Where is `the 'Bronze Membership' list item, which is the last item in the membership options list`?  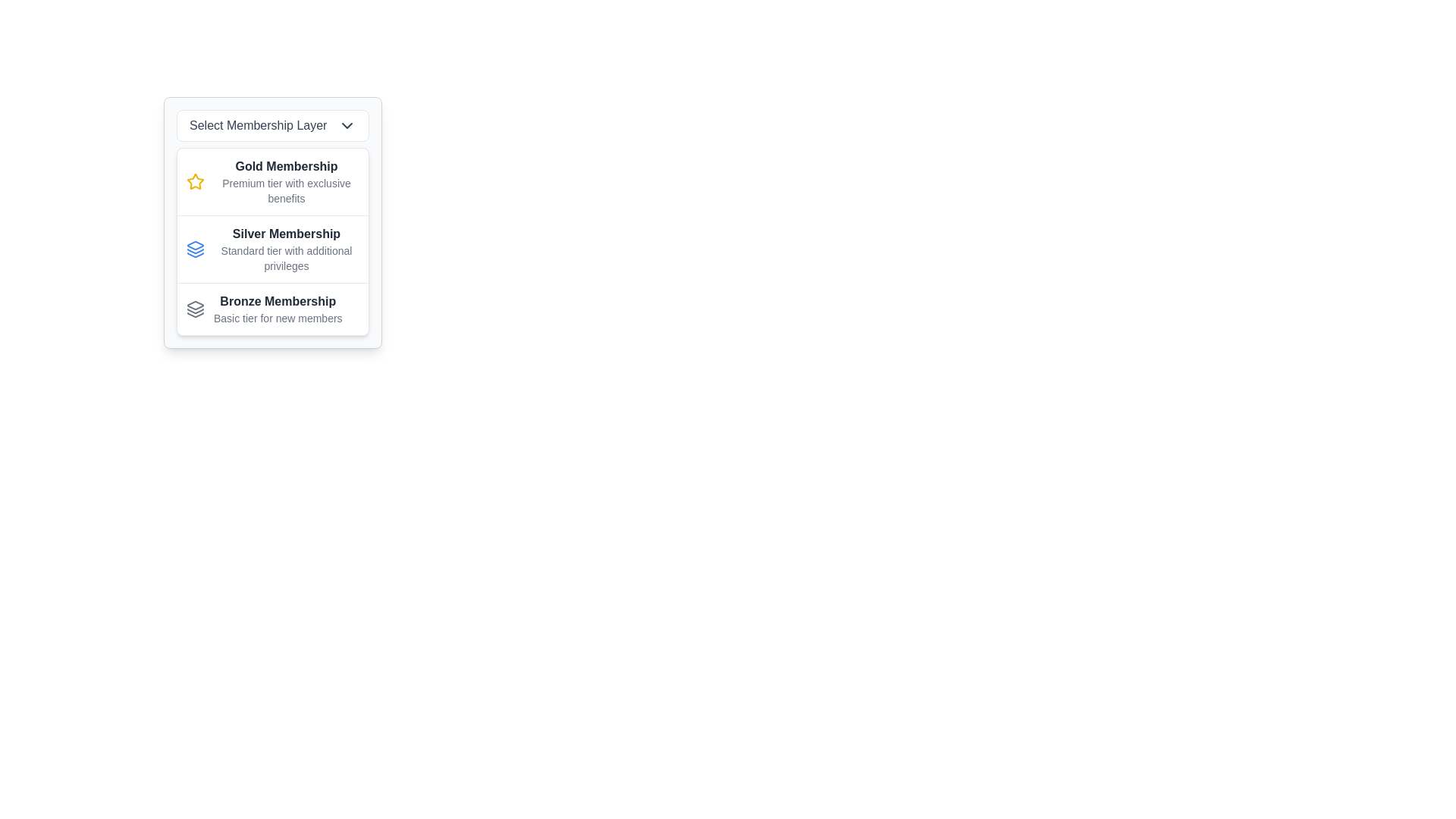 the 'Bronze Membership' list item, which is the last item in the membership options list is located at coordinates (273, 309).